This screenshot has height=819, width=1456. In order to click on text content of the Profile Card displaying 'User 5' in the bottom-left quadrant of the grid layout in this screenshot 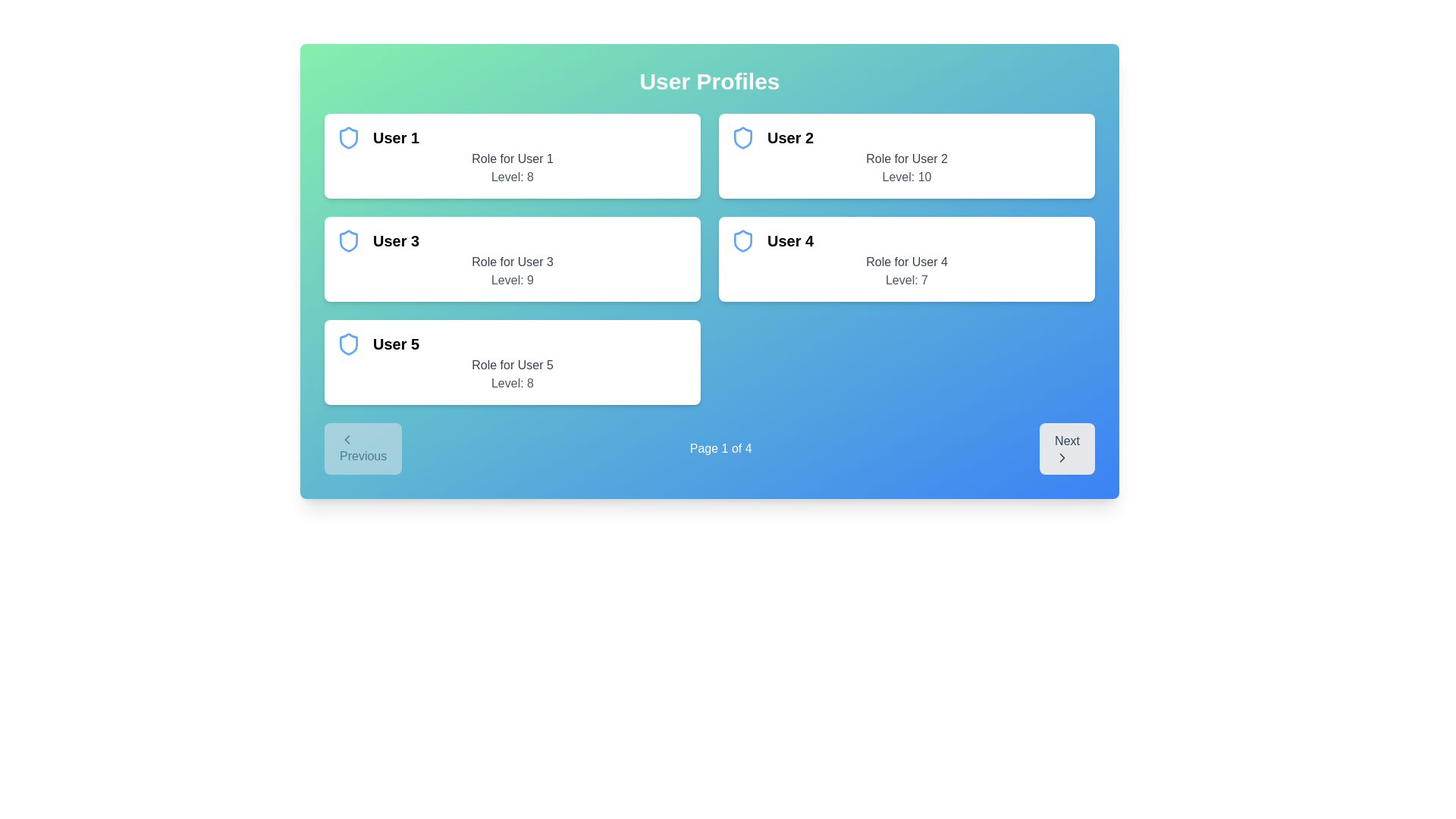, I will do `click(513, 362)`.